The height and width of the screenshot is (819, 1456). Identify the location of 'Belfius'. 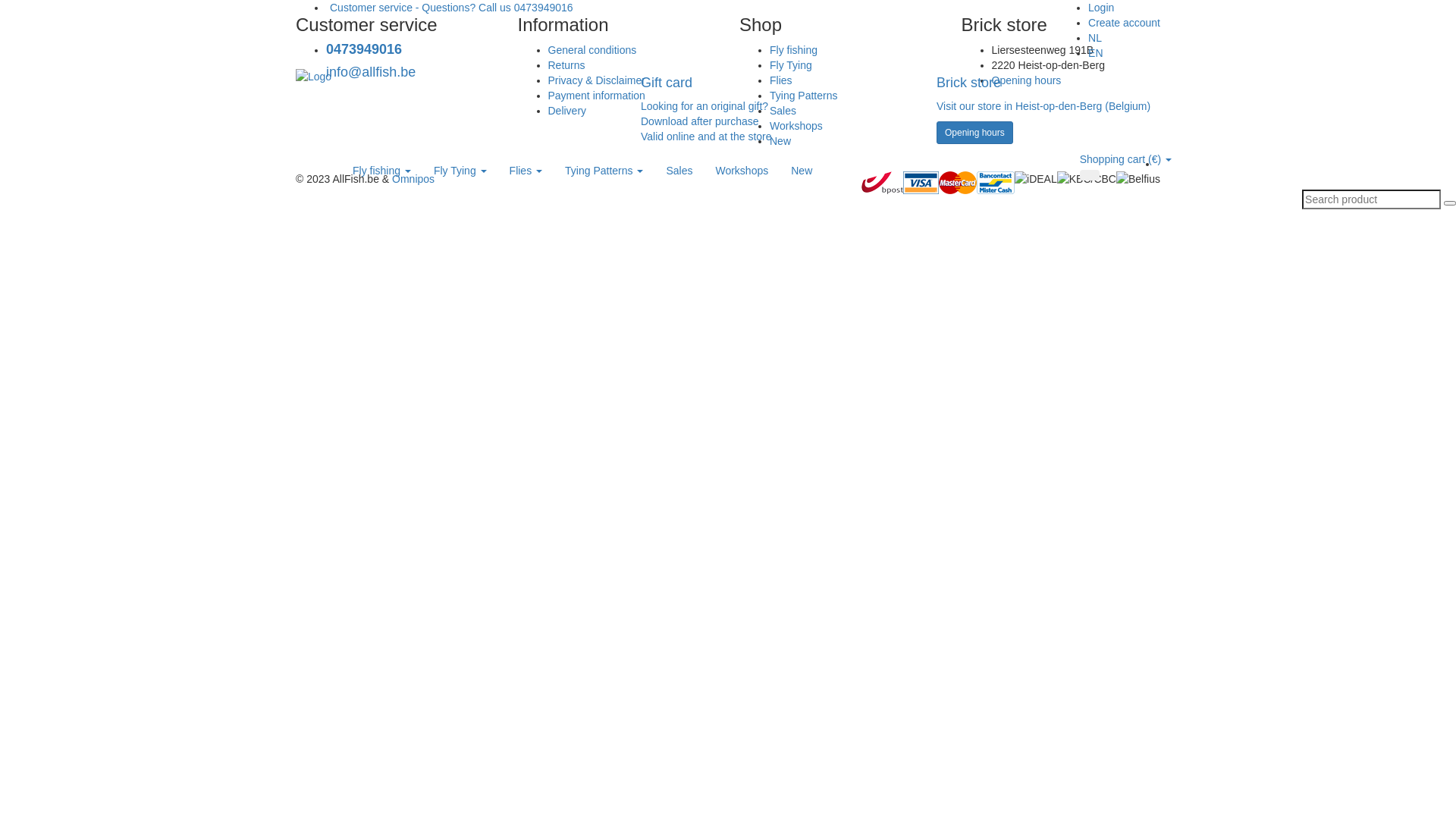
(1138, 177).